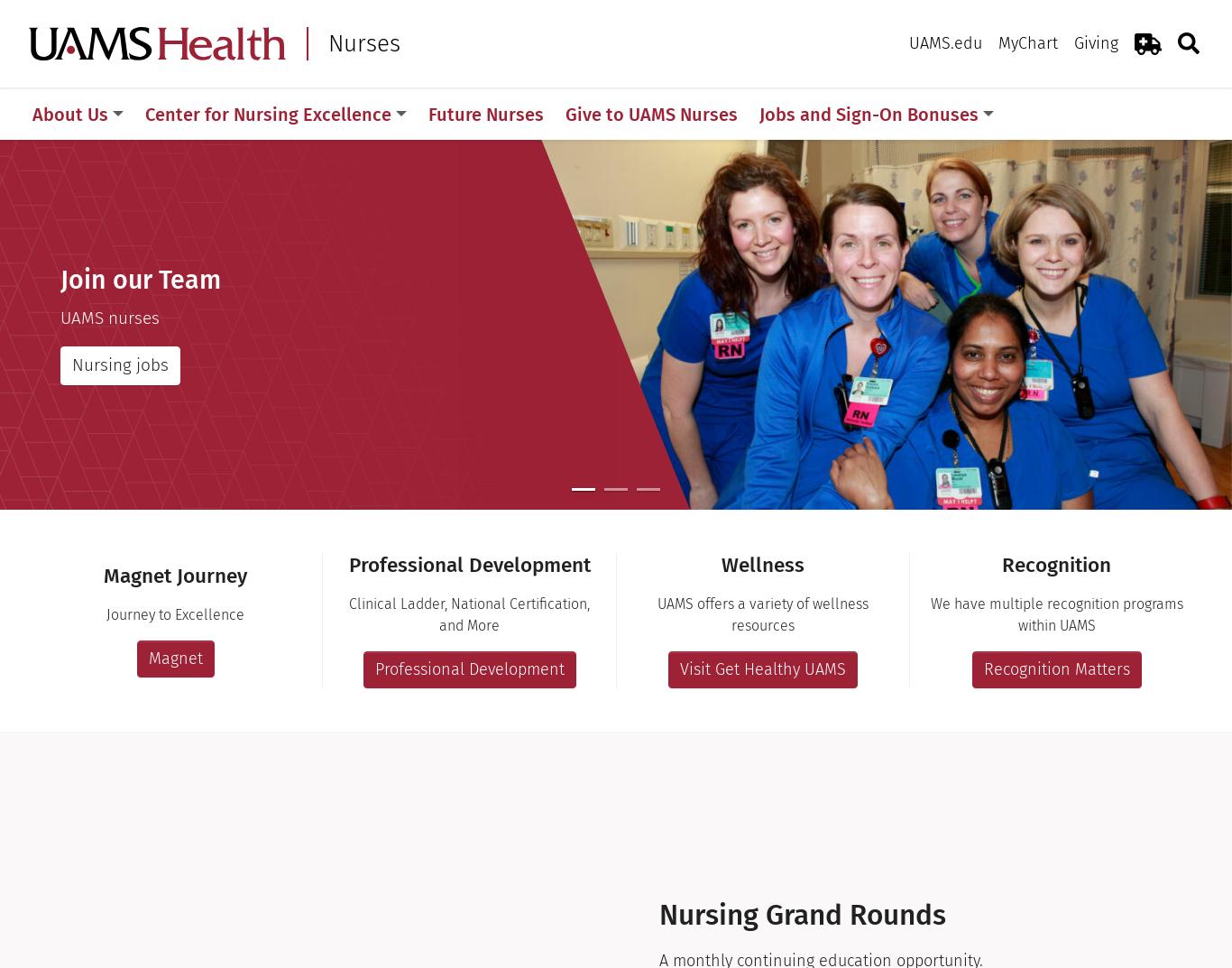 The width and height of the screenshot is (1232, 968). What do you see at coordinates (108, 317) in the screenshot?
I see `'UAMS nurses'` at bounding box center [108, 317].